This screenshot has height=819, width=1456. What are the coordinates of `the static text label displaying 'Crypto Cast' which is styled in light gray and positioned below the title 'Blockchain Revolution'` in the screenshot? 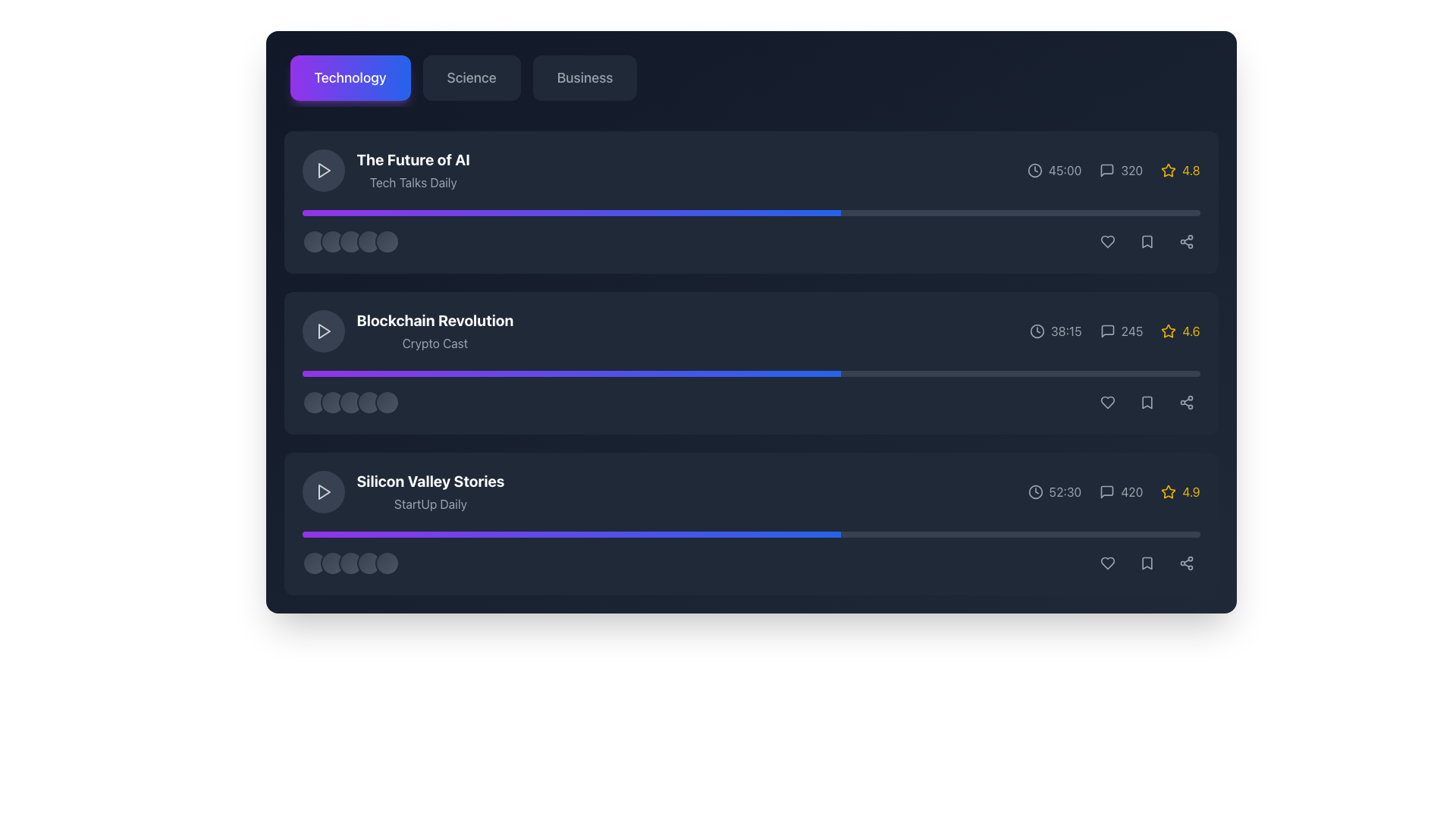 It's located at (434, 343).